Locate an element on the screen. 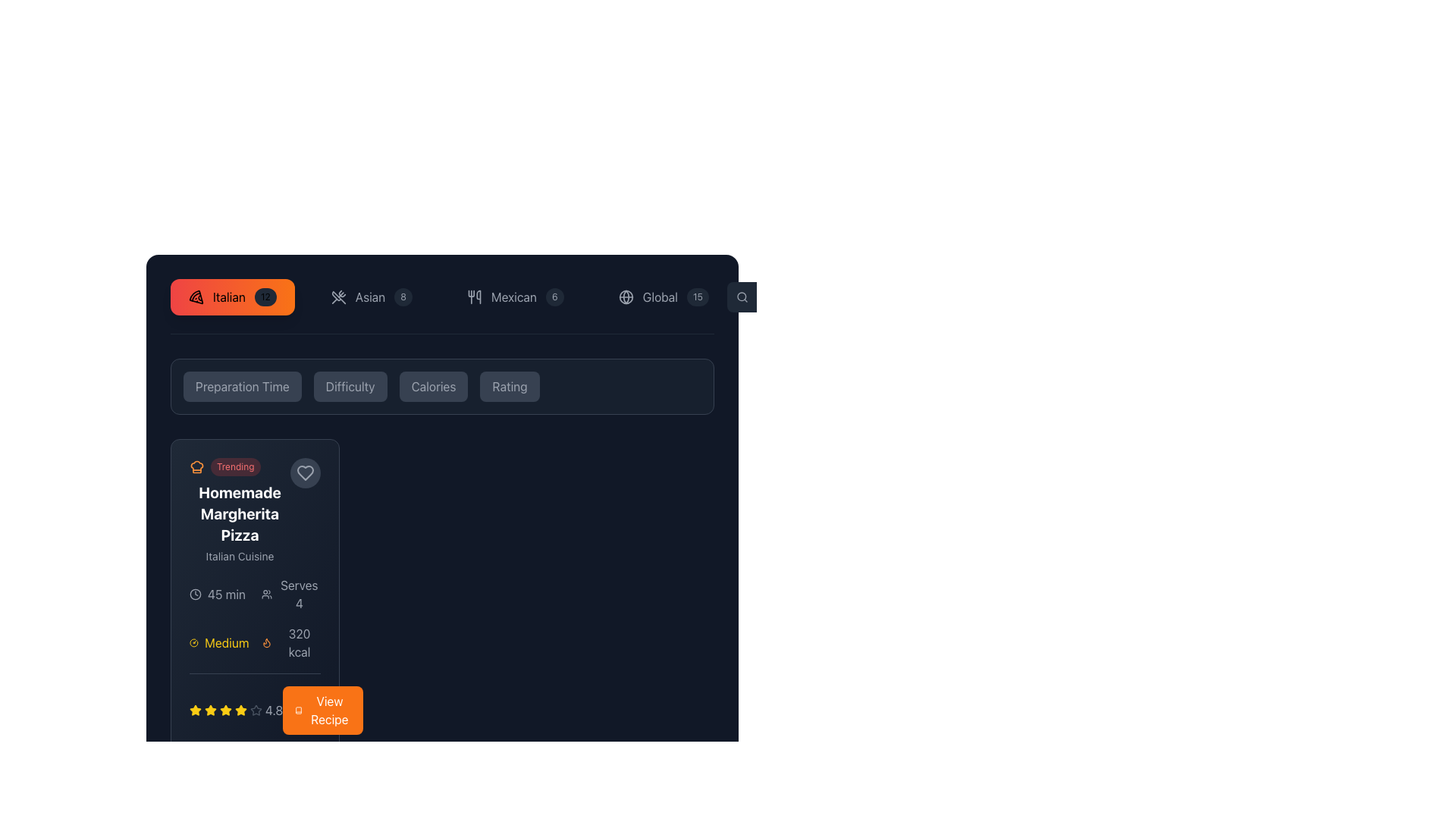 This screenshot has width=1456, height=819. the heart icon located at the top right corner of the recipe card is located at coordinates (305, 472).